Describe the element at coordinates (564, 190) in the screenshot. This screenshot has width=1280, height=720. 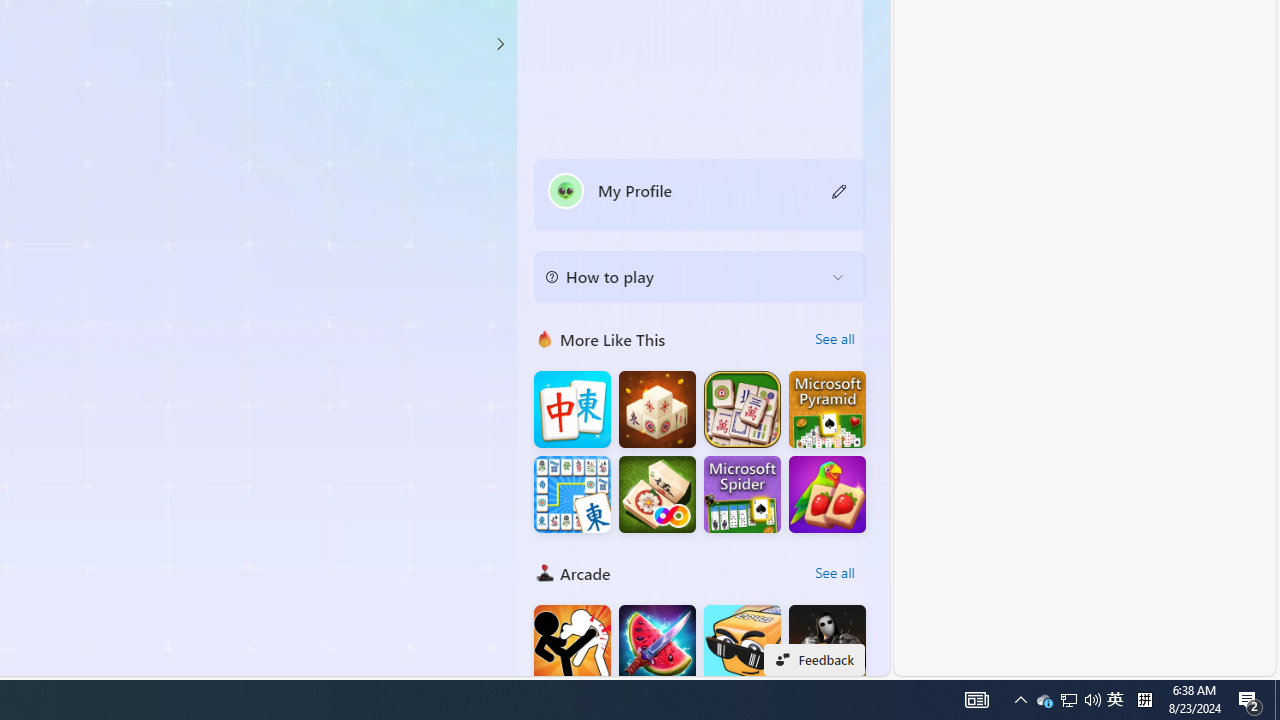
I see `'""'` at that location.